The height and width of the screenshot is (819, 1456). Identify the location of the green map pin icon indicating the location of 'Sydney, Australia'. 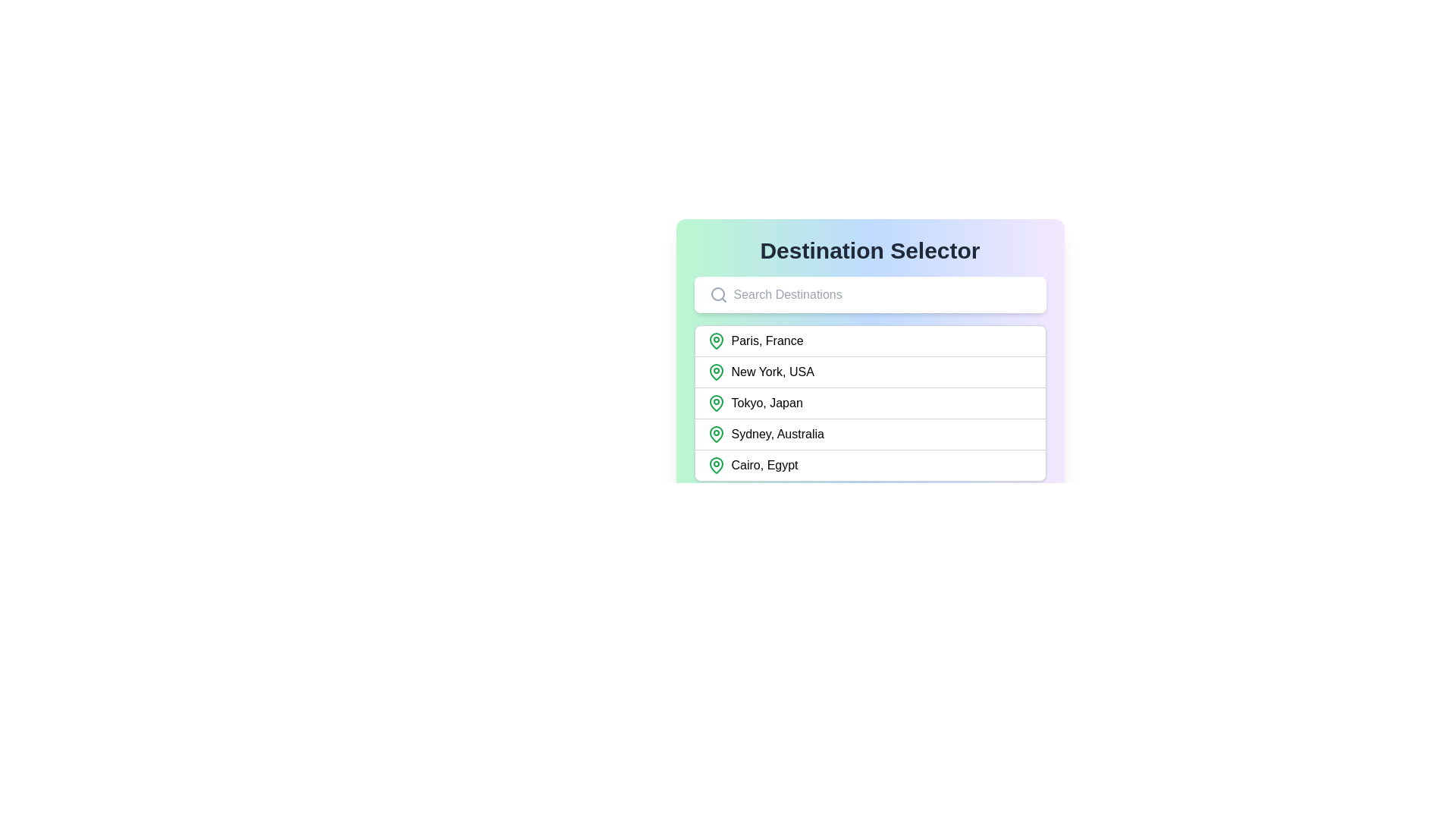
(715, 435).